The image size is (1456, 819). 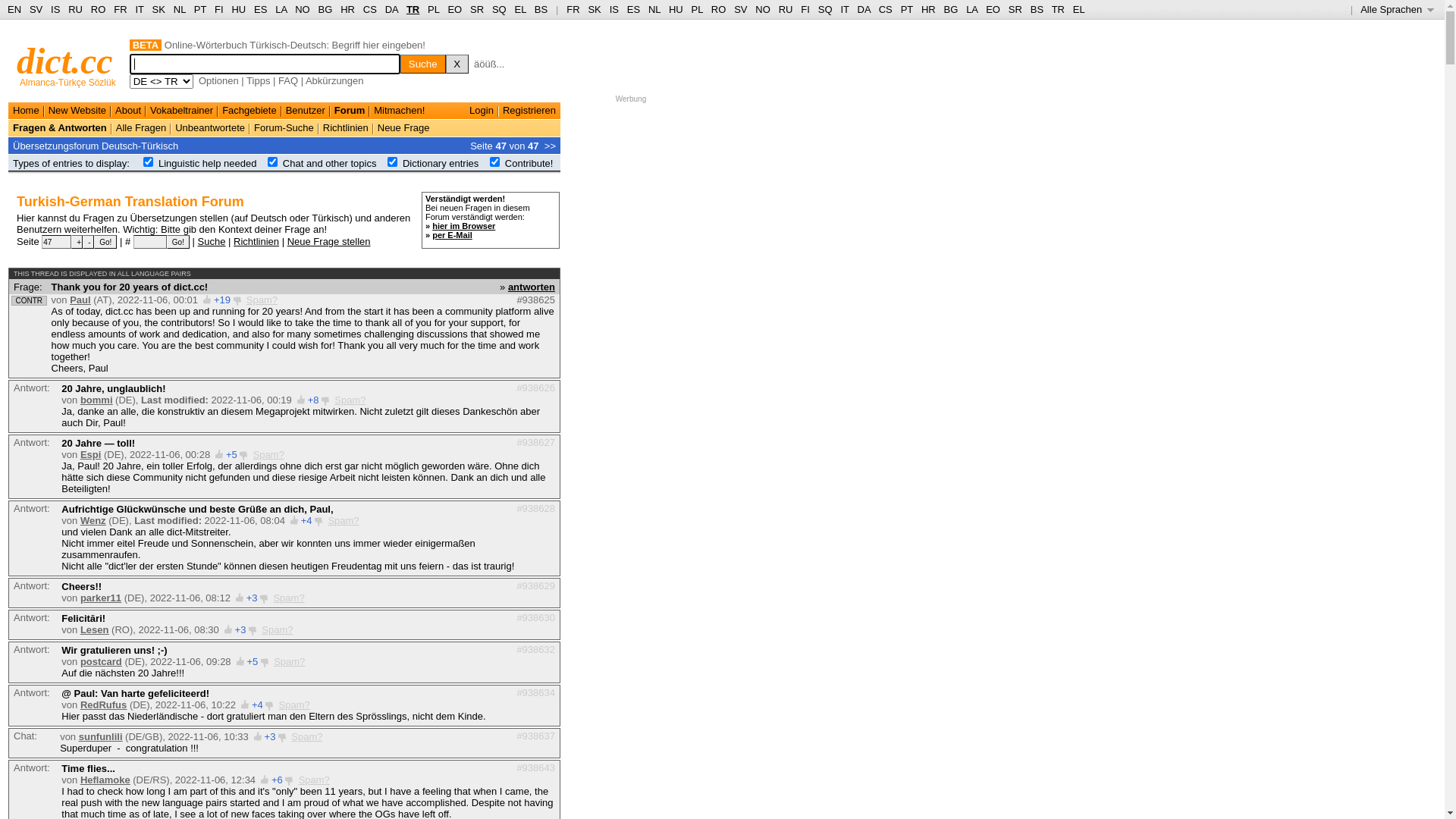 I want to click on 'HU', so click(x=237, y=9).